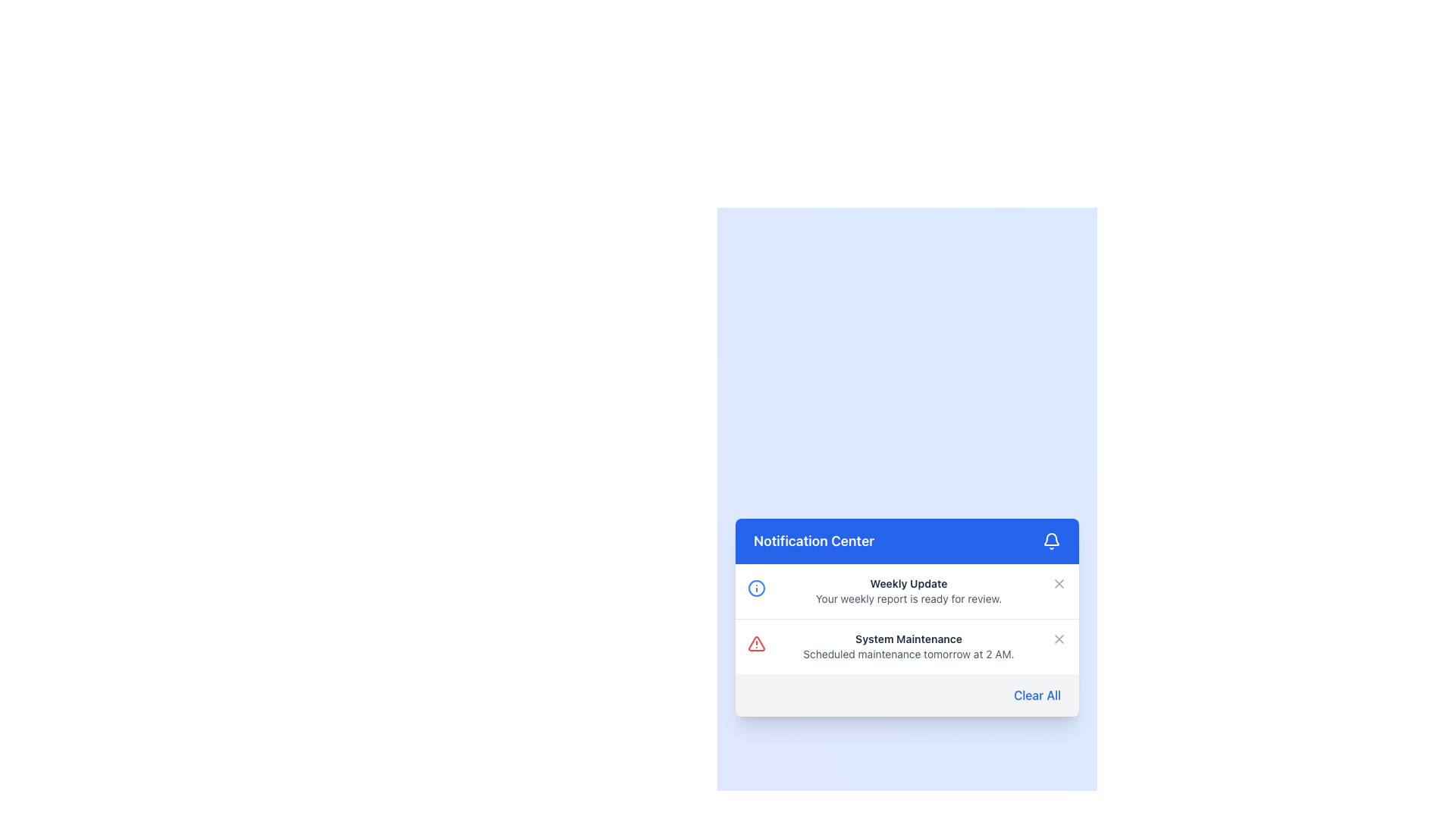  What do you see at coordinates (908, 639) in the screenshot?
I see `the 'System Maintenance' text label which serves as the title for a notification message in the Notification Center interface` at bounding box center [908, 639].